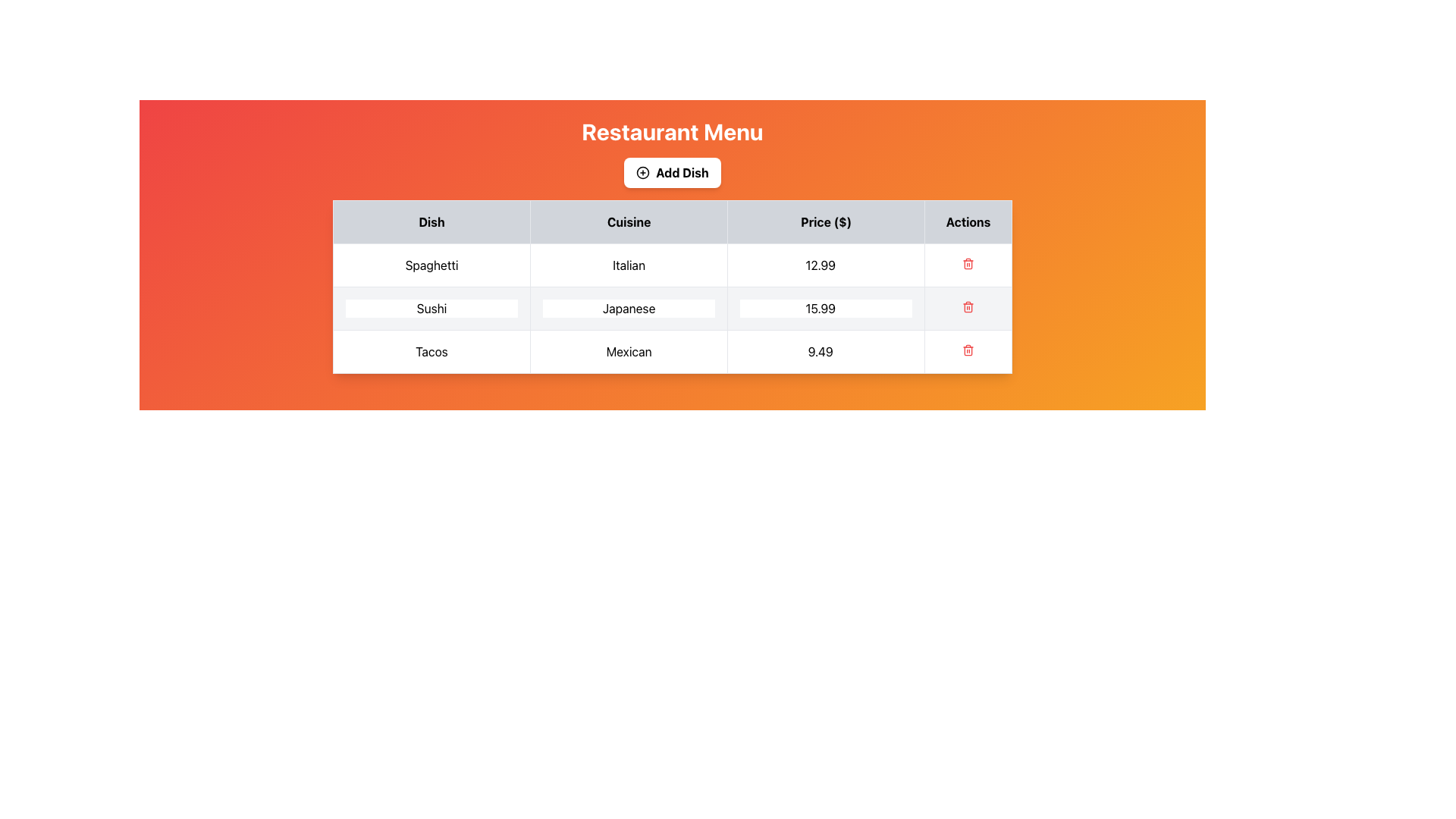  Describe the element at coordinates (672, 171) in the screenshot. I see `the 'Add Dish' button, which has a white background, black text, rounded corners, and a circular plus icon to the left of the text, for visual feedback` at that location.